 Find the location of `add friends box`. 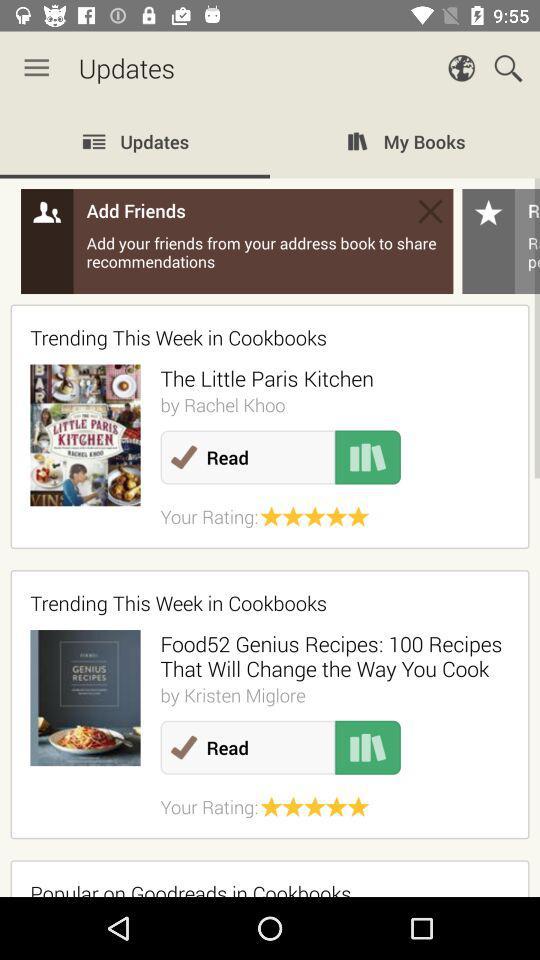

add friends box is located at coordinates (429, 211).